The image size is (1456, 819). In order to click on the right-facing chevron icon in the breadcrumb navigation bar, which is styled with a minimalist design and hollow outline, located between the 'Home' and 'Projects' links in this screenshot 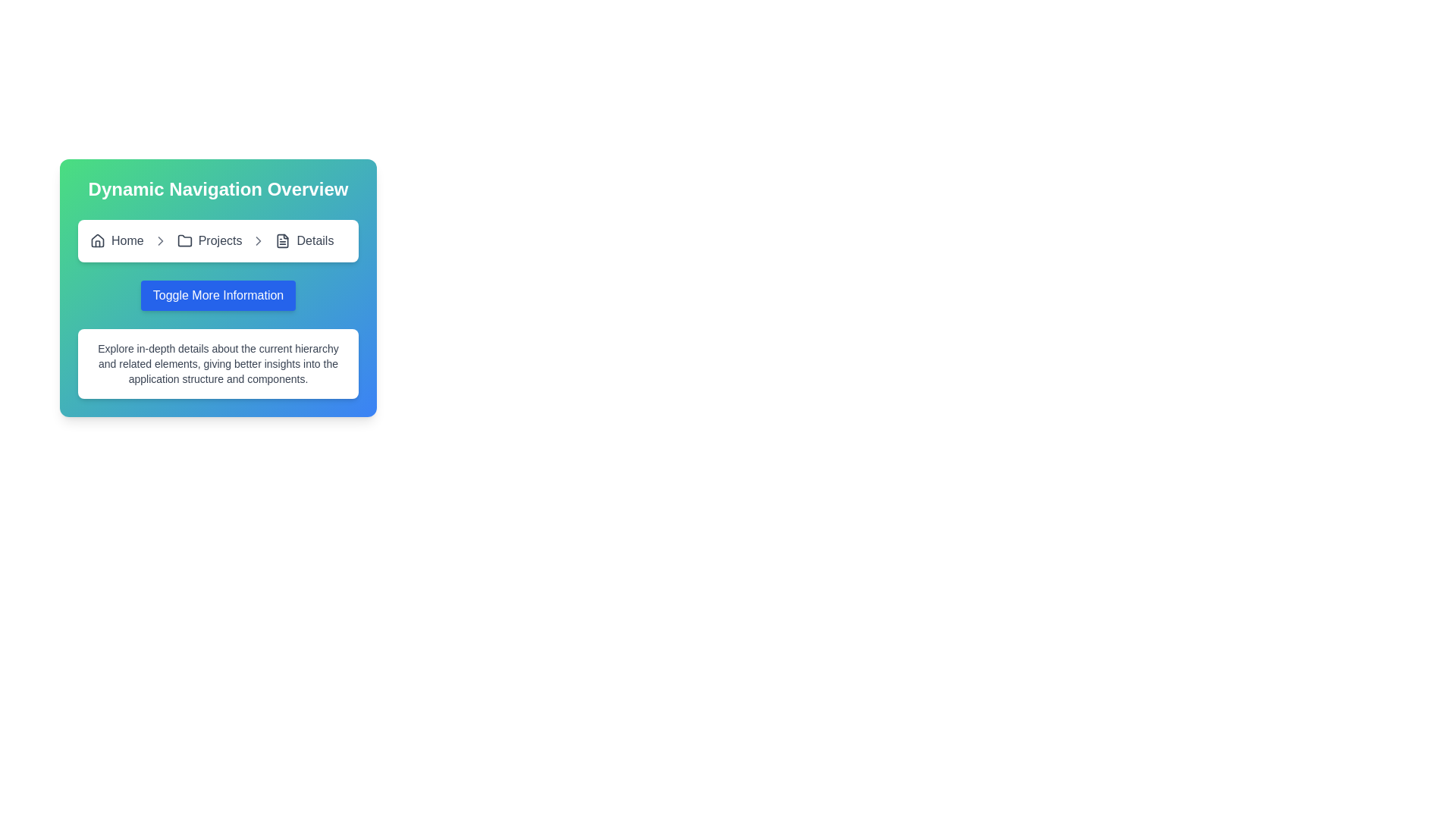, I will do `click(160, 240)`.